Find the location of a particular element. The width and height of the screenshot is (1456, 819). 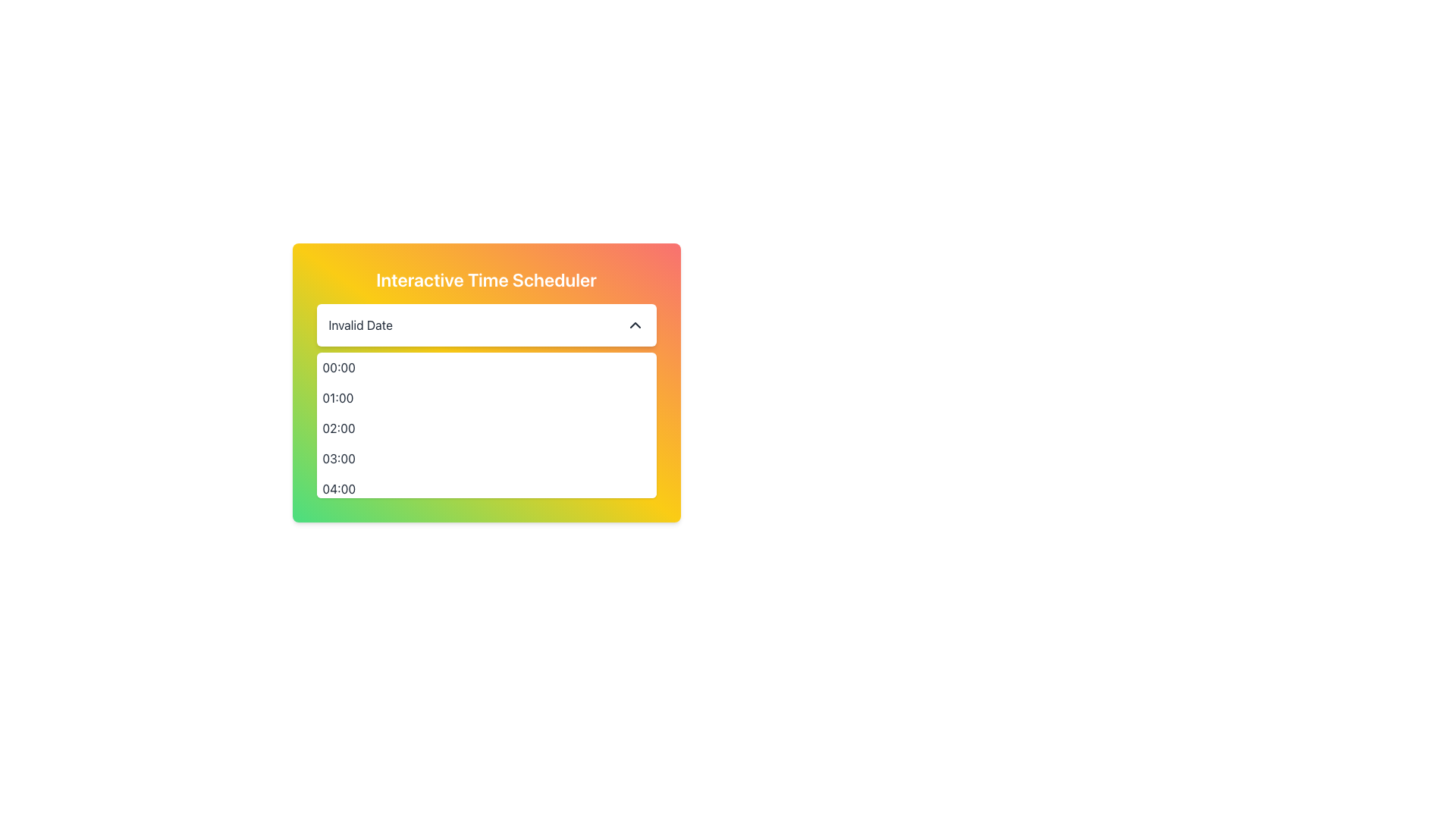

the list item displaying '02:00' is located at coordinates (486, 428).